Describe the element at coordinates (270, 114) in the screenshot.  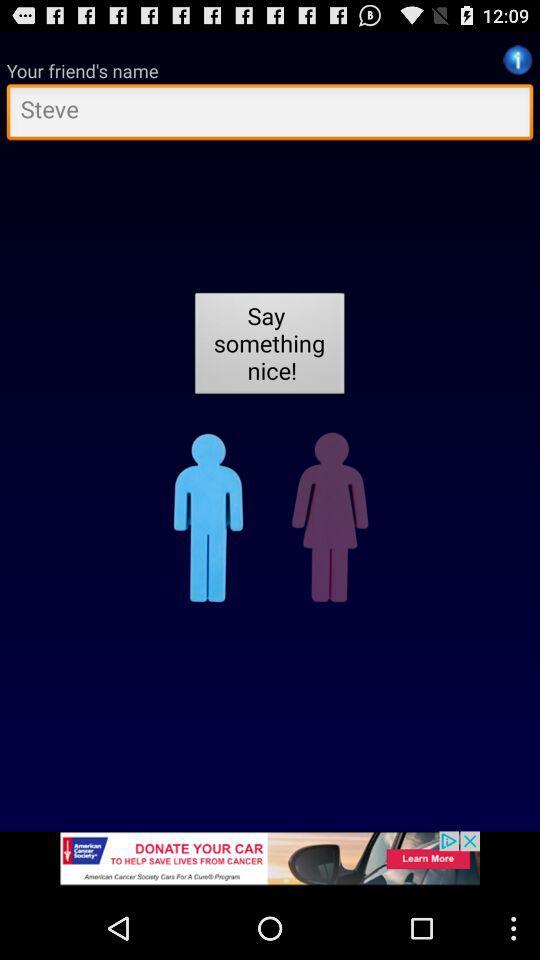
I see `friend 's name` at that location.